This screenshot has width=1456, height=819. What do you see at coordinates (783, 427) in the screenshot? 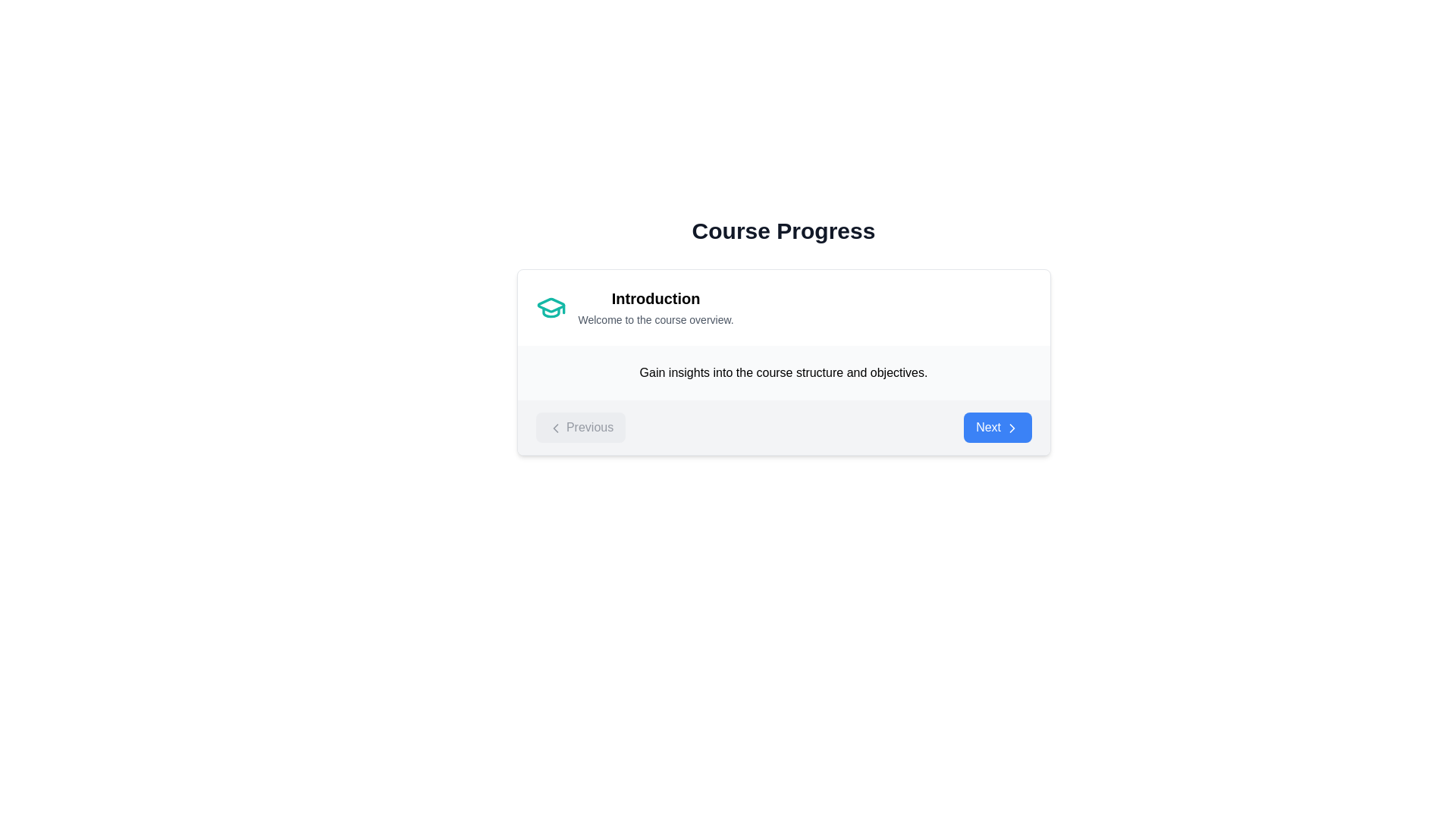
I see `the Navigation bar containing the gray 'Previous' button and the blue 'Next' button for visual feedback` at bounding box center [783, 427].